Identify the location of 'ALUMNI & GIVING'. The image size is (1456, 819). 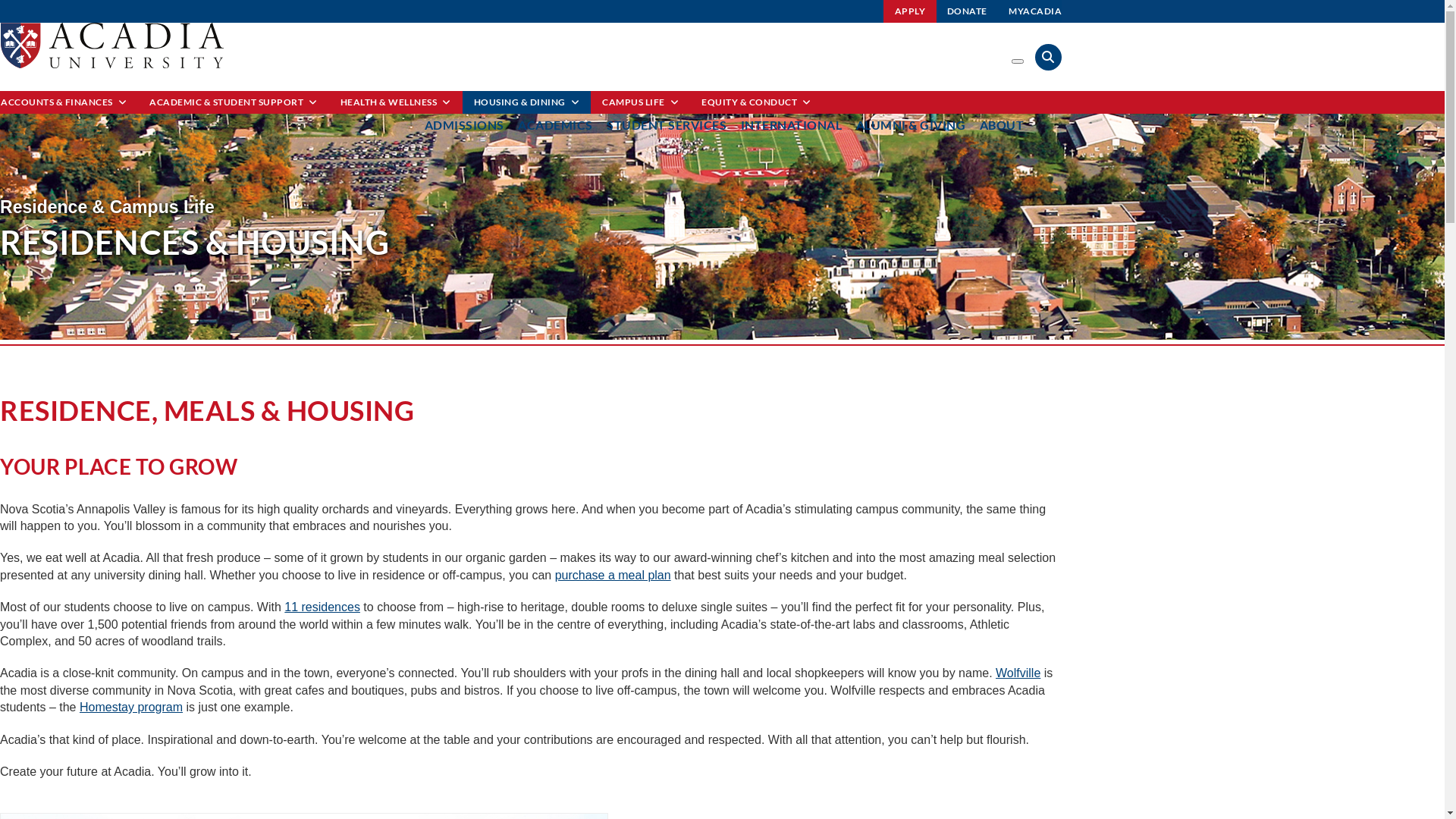
(910, 124).